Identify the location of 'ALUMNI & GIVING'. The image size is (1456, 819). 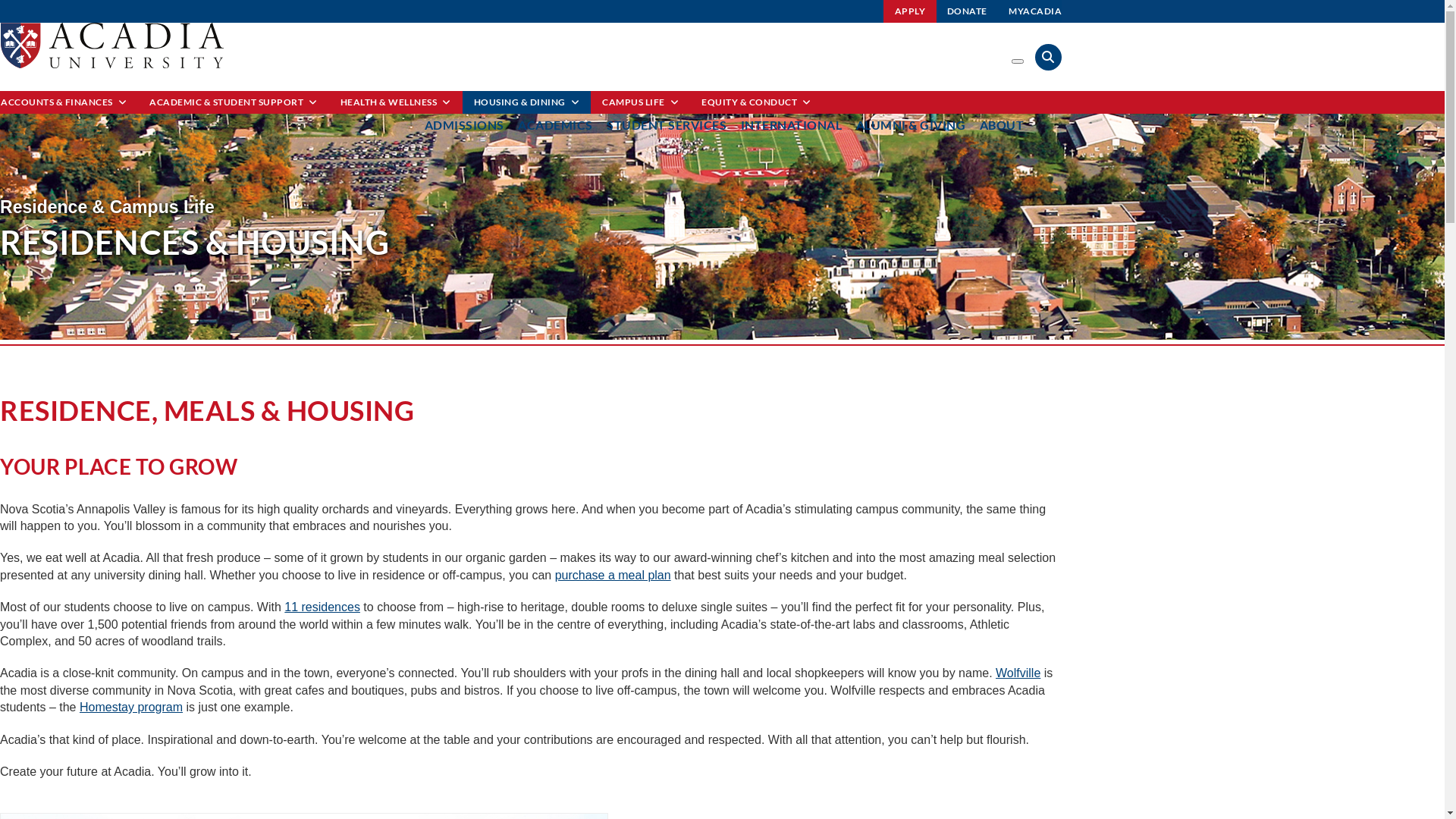
(910, 124).